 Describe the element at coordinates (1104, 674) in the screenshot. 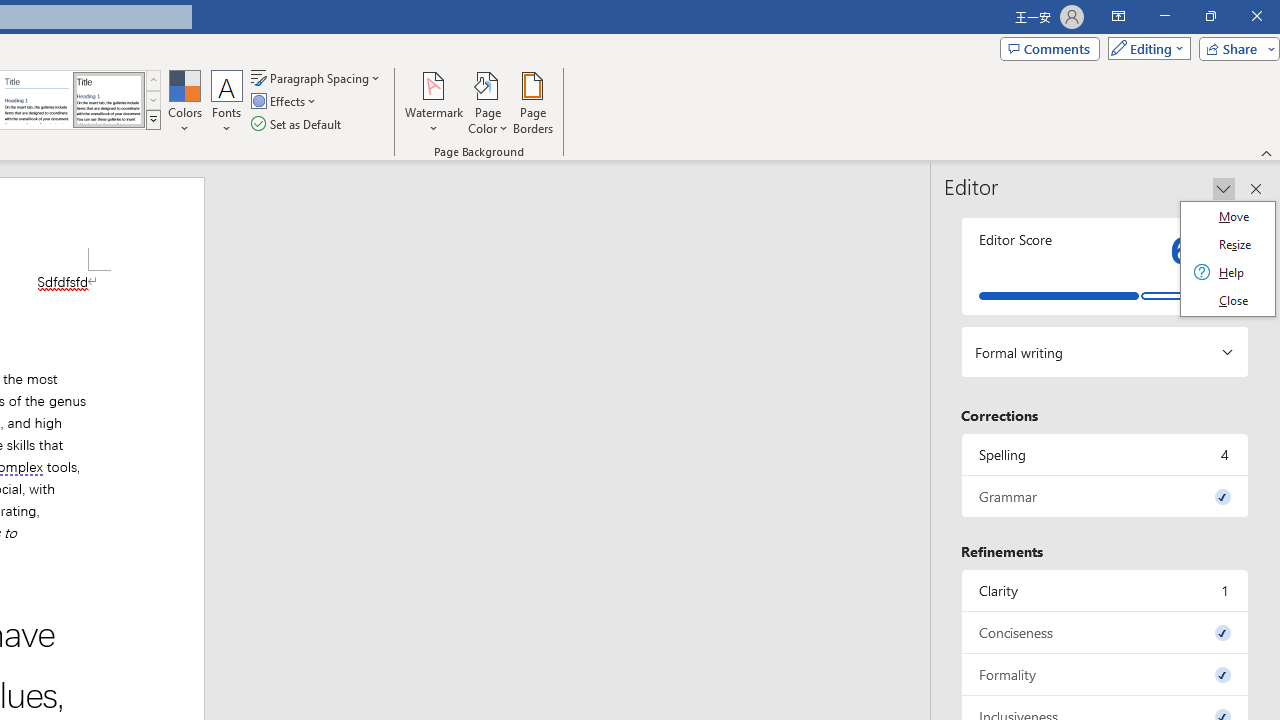

I see `'Formality, 0 issues. Press space or enter to review items.'` at that location.